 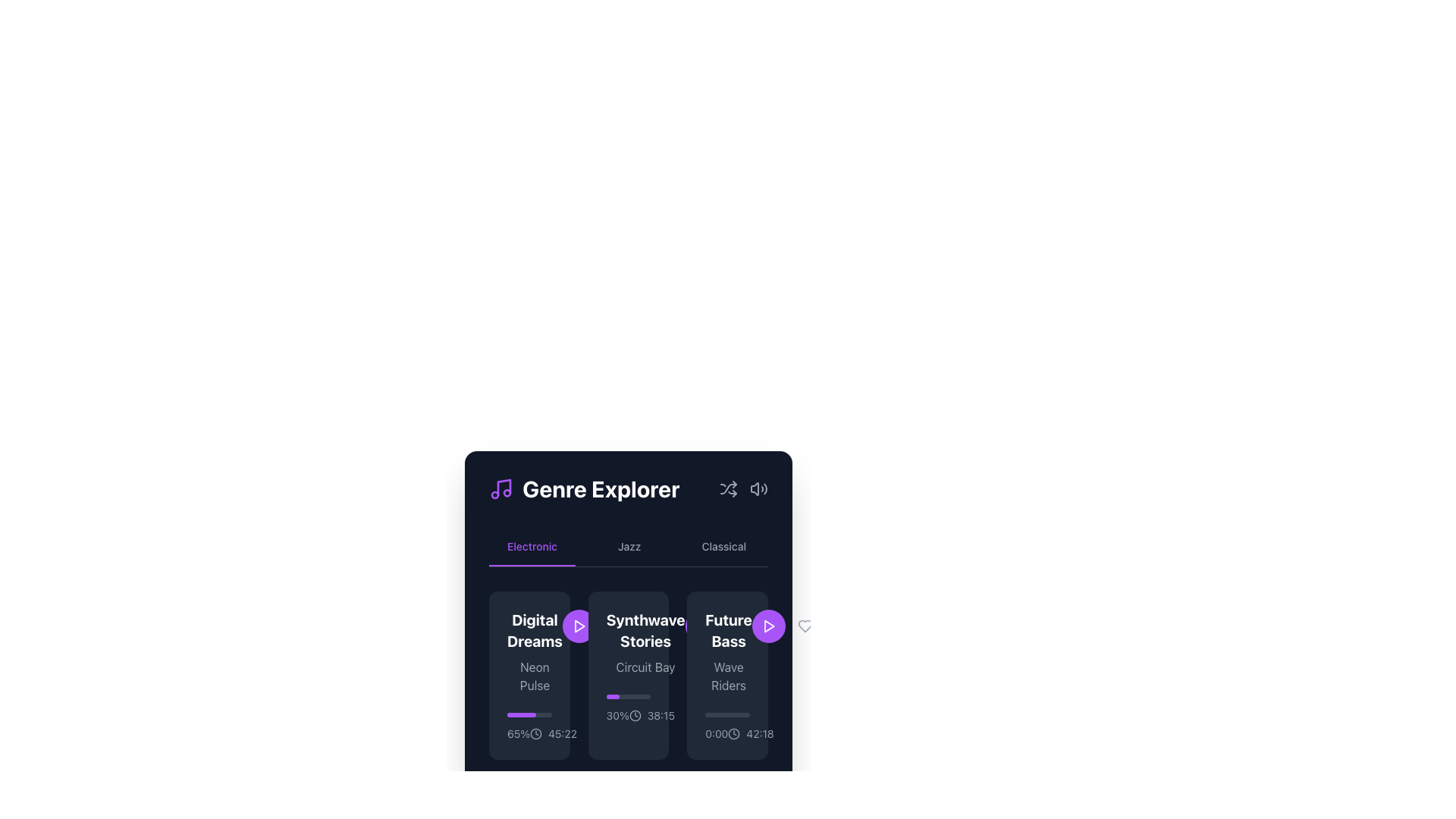 I want to click on the Text Label with Icon that displays the elapsed time ('0:00') and total duration ('42:18') of the audio track in the 'Future Bass' genre card located in the 'Genre Explorer' section, so click(x=726, y=733).